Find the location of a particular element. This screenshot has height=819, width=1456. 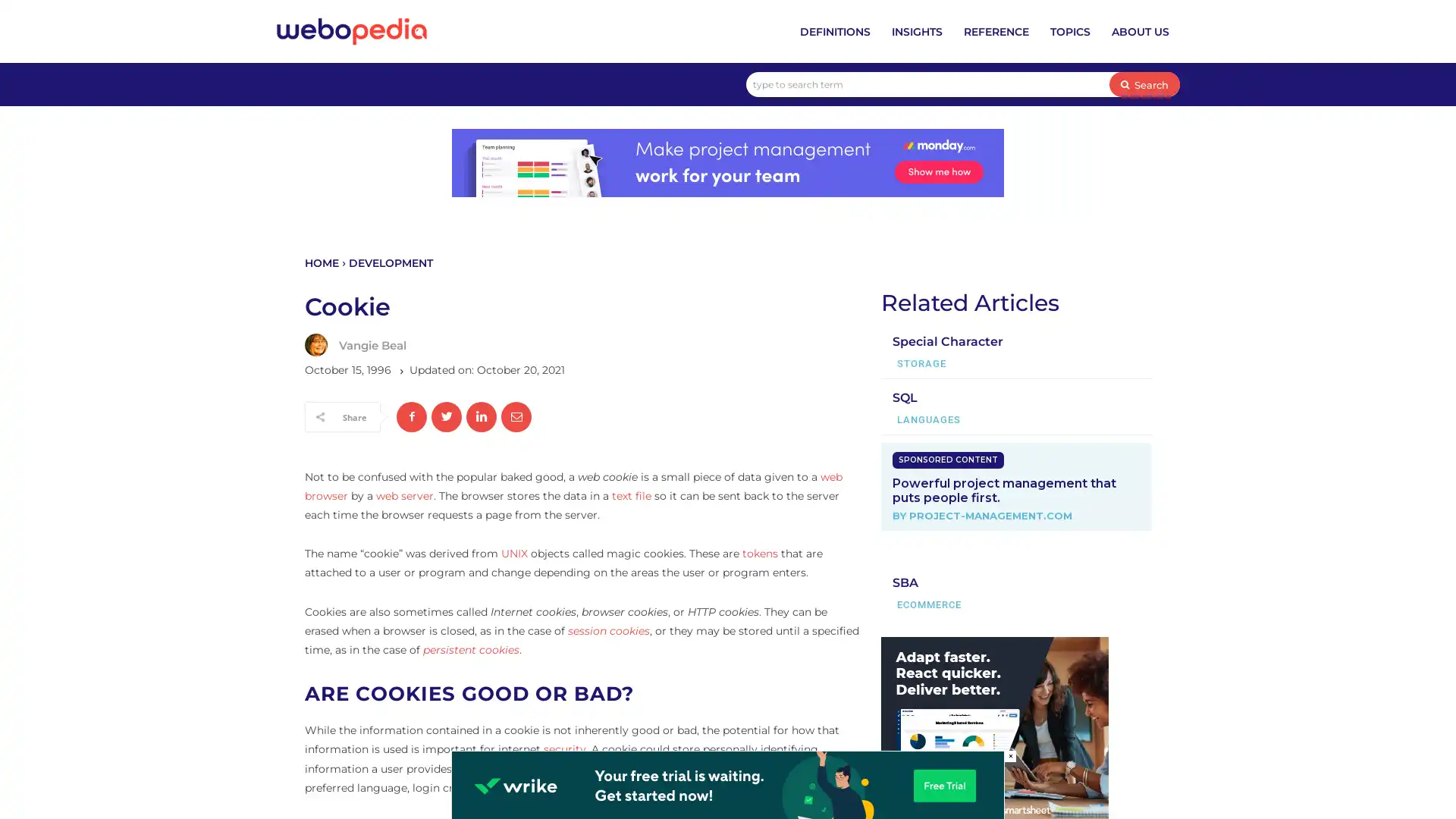

Search is located at coordinates (1144, 84).